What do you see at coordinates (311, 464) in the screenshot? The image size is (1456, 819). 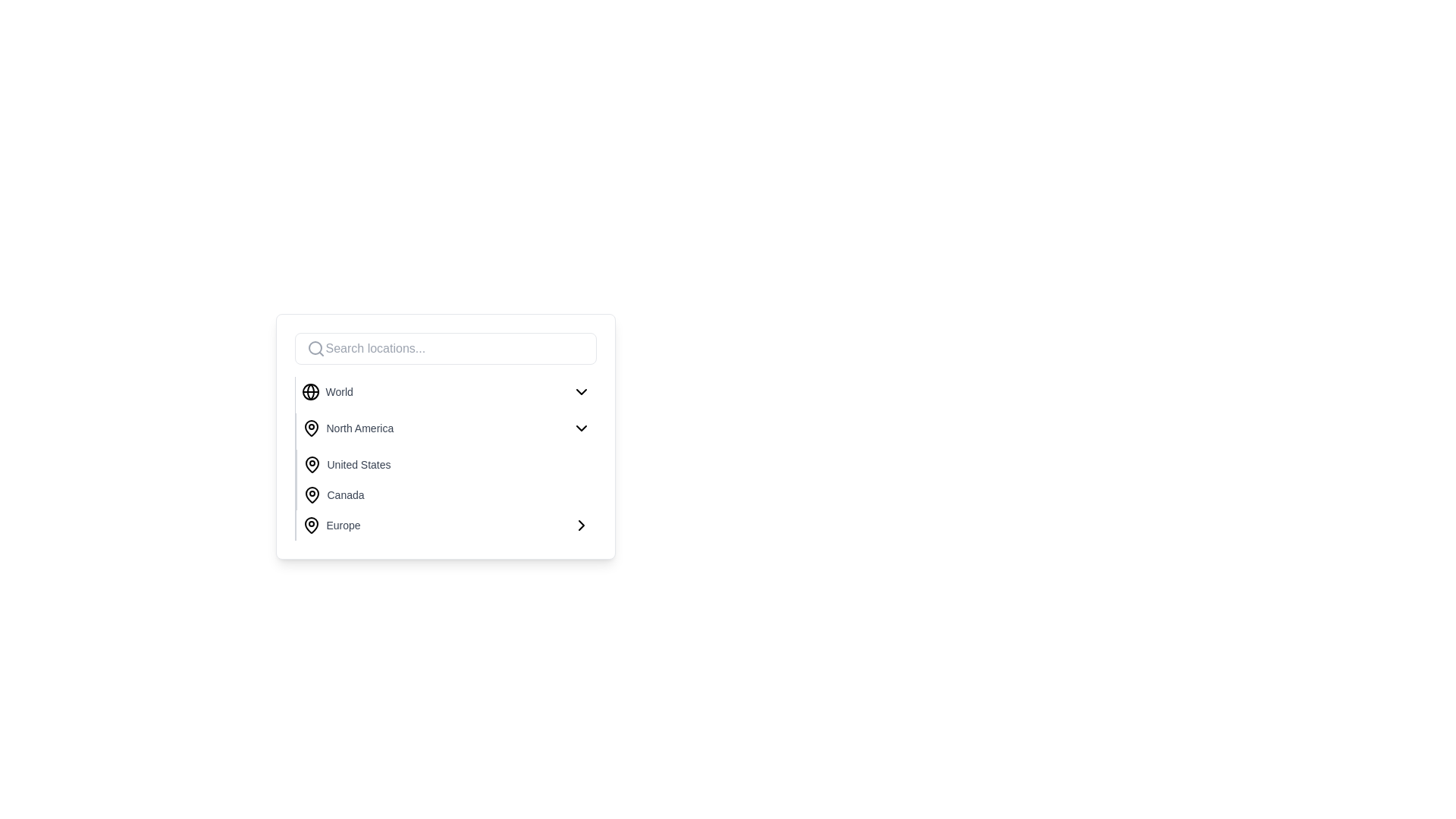 I see `the location pin icon that is styled with a black outline and hollow center, located to the left of the text 'United States' in the dropdown menu` at bounding box center [311, 464].